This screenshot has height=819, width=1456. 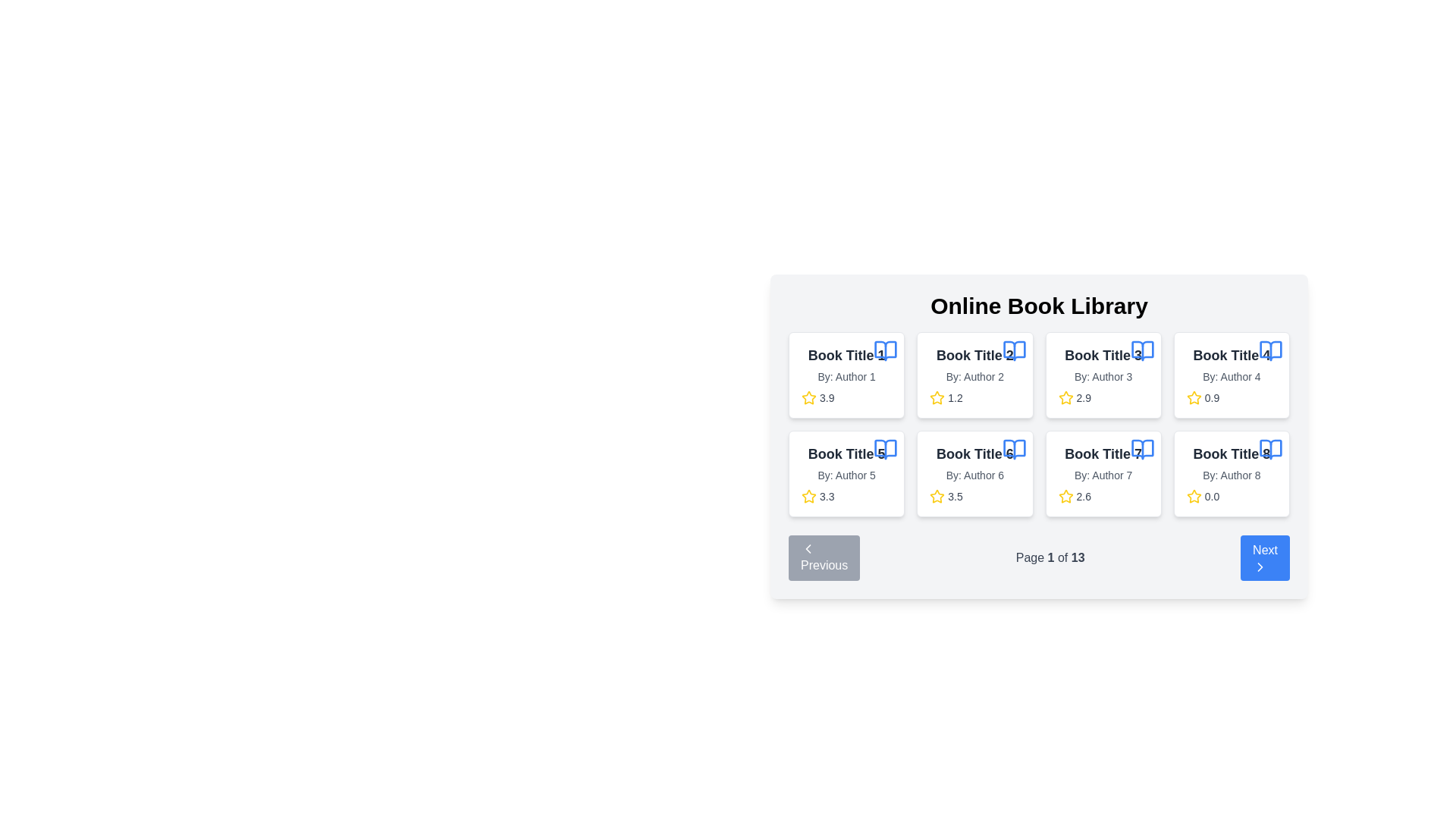 I want to click on the text displaying '0.0' in gray color, which is located next to a yellow star icon on the eighth book card in the grid, so click(x=1211, y=497).